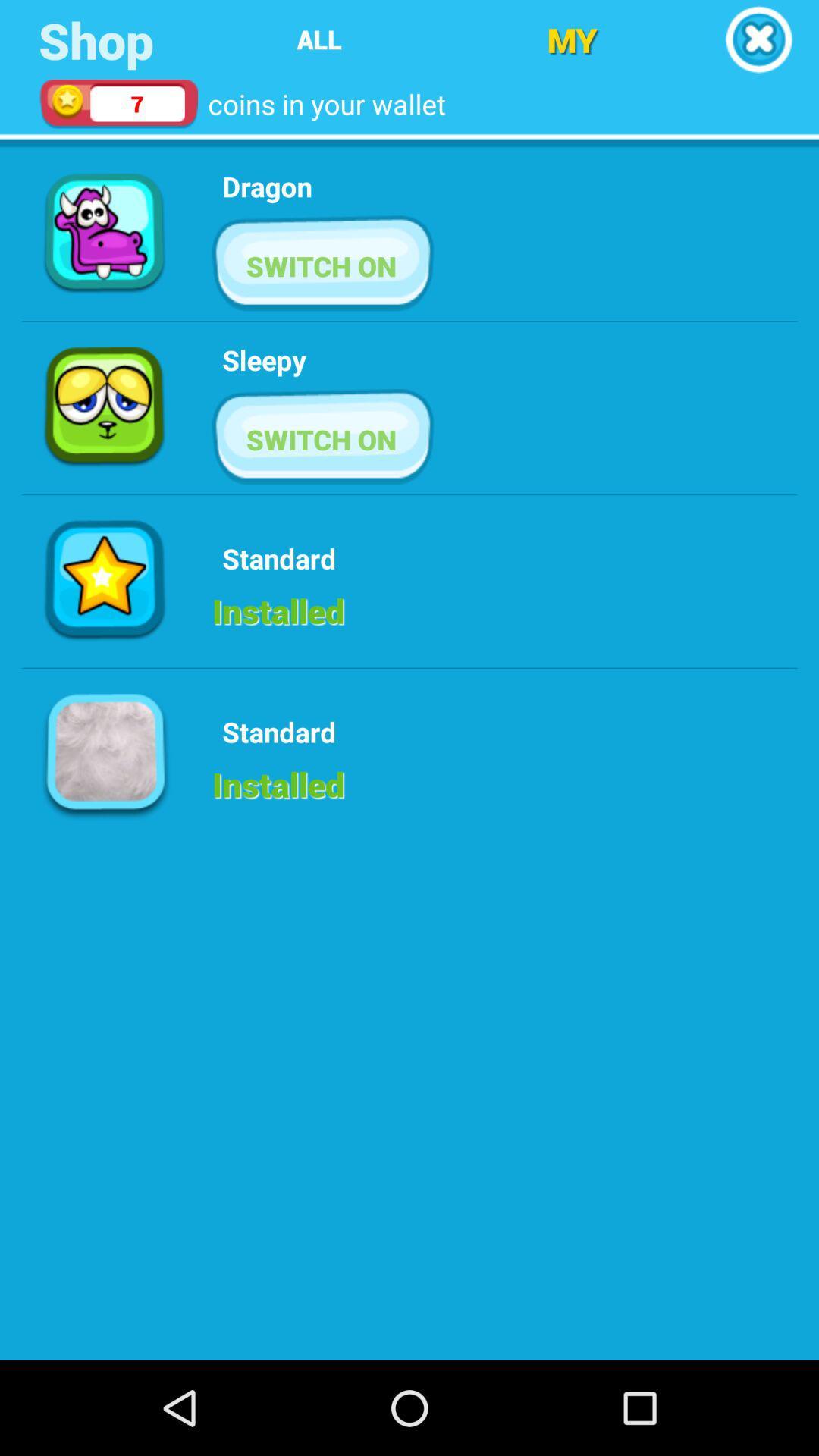 The image size is (819, 1456). What do you see at coordinates (758, 39) in the screenshot?
I see `app` at bounding box center [758, 39].